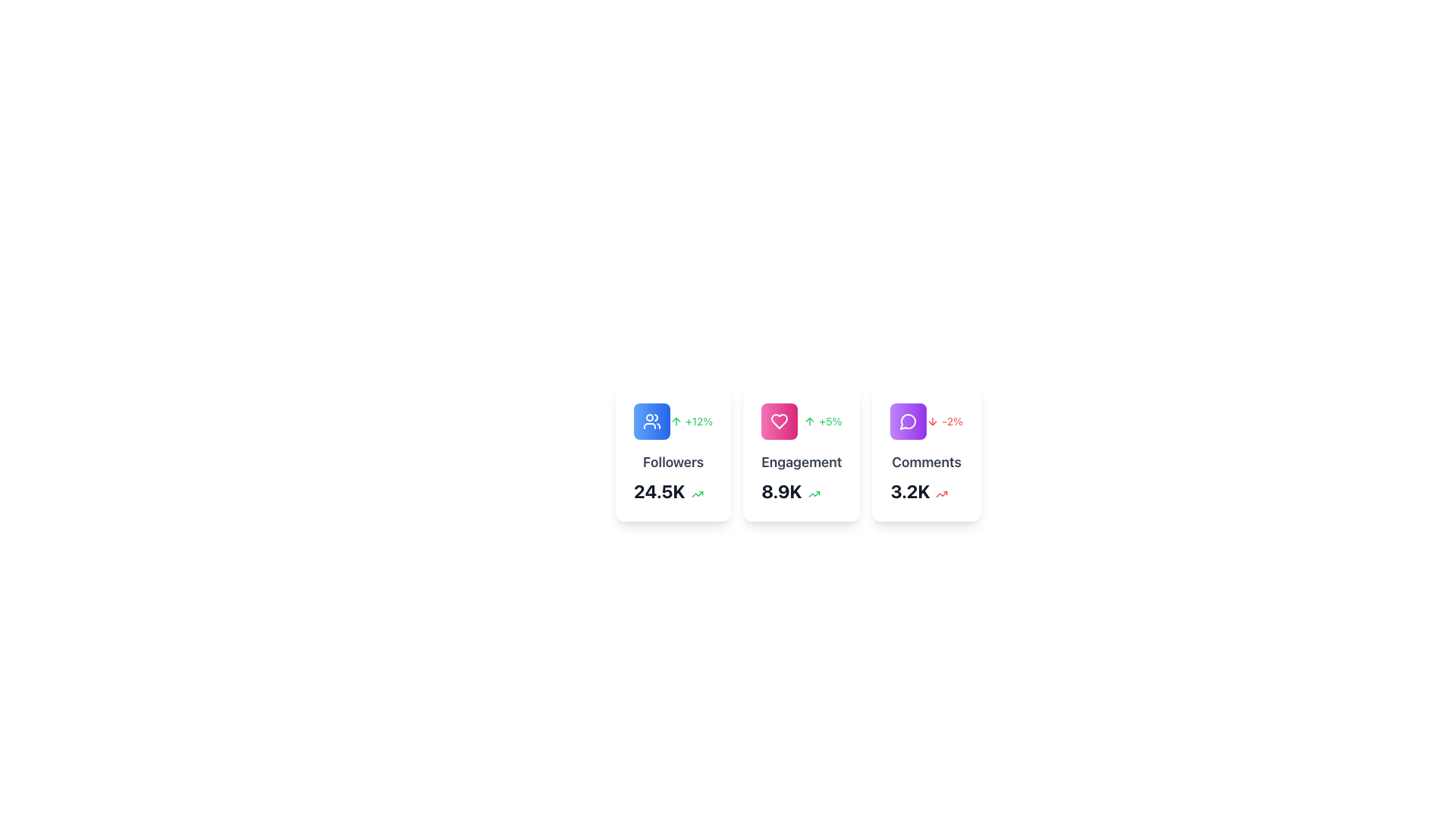  What do you see at coordinates (822, 421) in the screenshot?
I see `the Text with icon indicator displaying a 5% increase in engagement located in the Engagement panel, positioned above the primary figure '8.9K'` at bounding box center [822, 421].